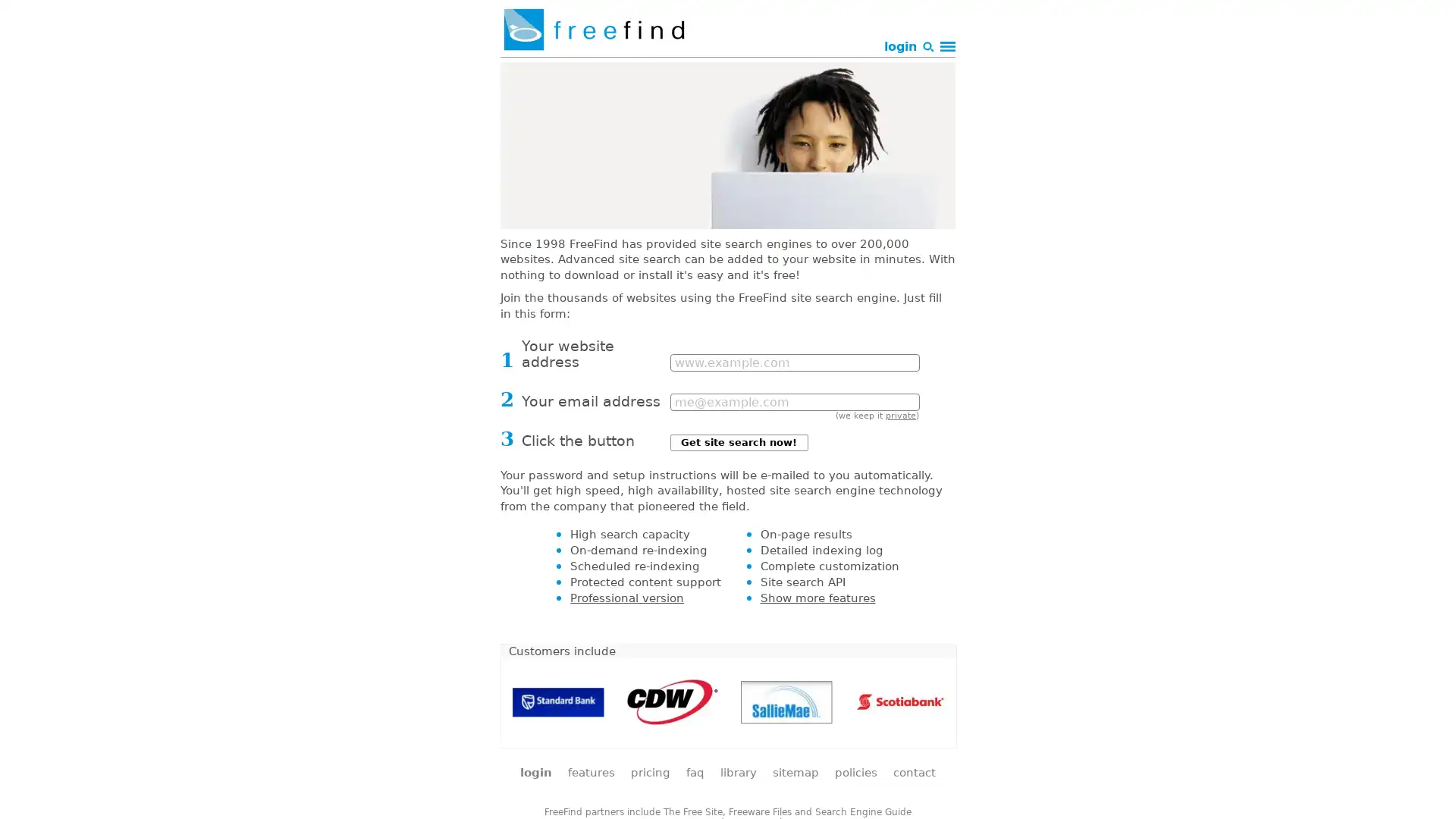 Image resolution: width=1456 pixels, height=819 pixels. Describe the element at coordinates (739, 441) in the screenshot. I see `Get site search now!` at that location.